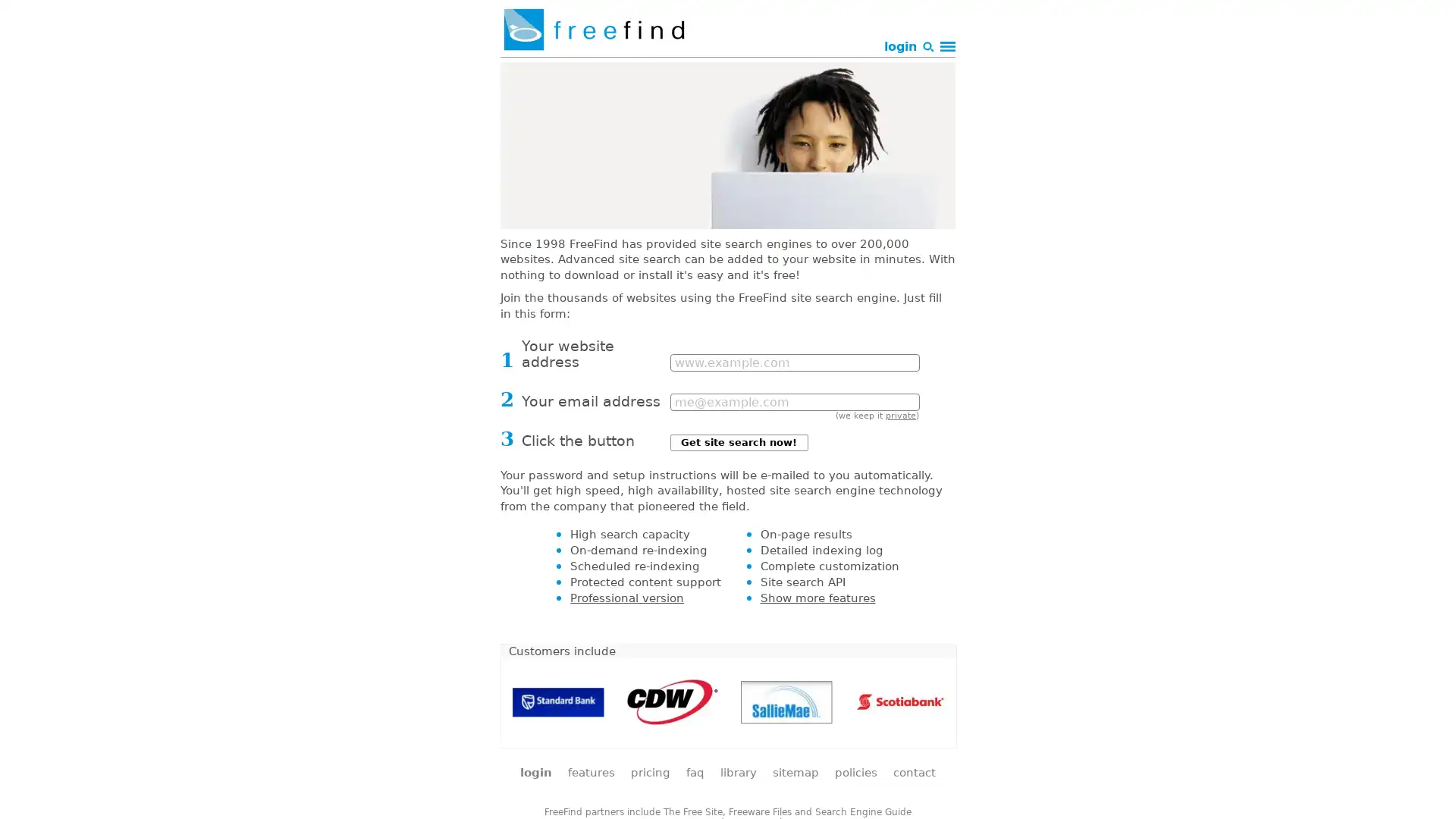 Image resolution: width=1456 pixels, height=819 pixels. Describe the element at coordinates (739, 441) in the screenshot. I see `Get site search now!` at that location.